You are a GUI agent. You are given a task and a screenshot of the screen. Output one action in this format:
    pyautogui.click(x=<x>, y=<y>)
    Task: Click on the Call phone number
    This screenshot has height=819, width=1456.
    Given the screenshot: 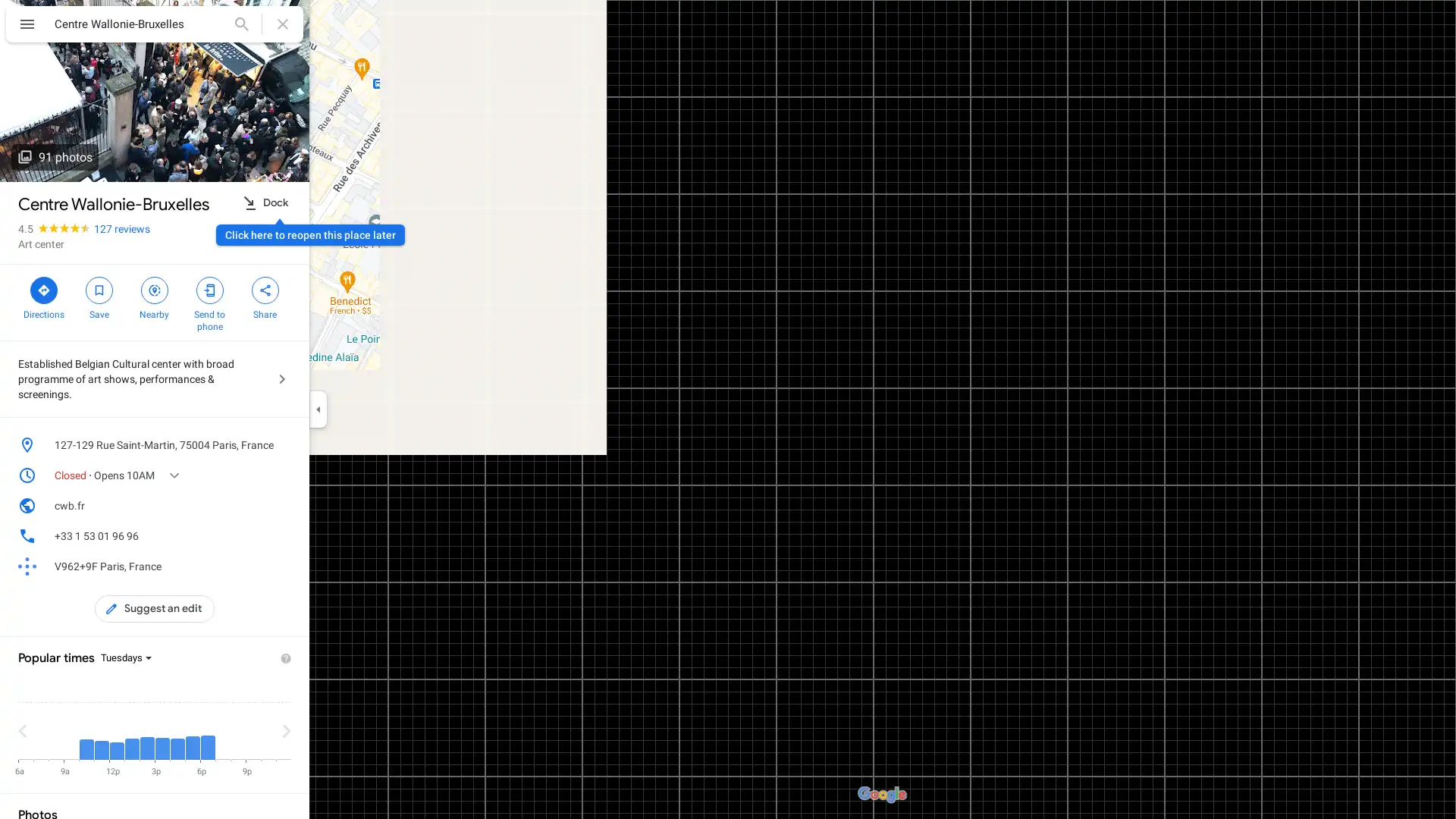 What is the action you would take?
    pyautogui.click(x=284, y=535)
    